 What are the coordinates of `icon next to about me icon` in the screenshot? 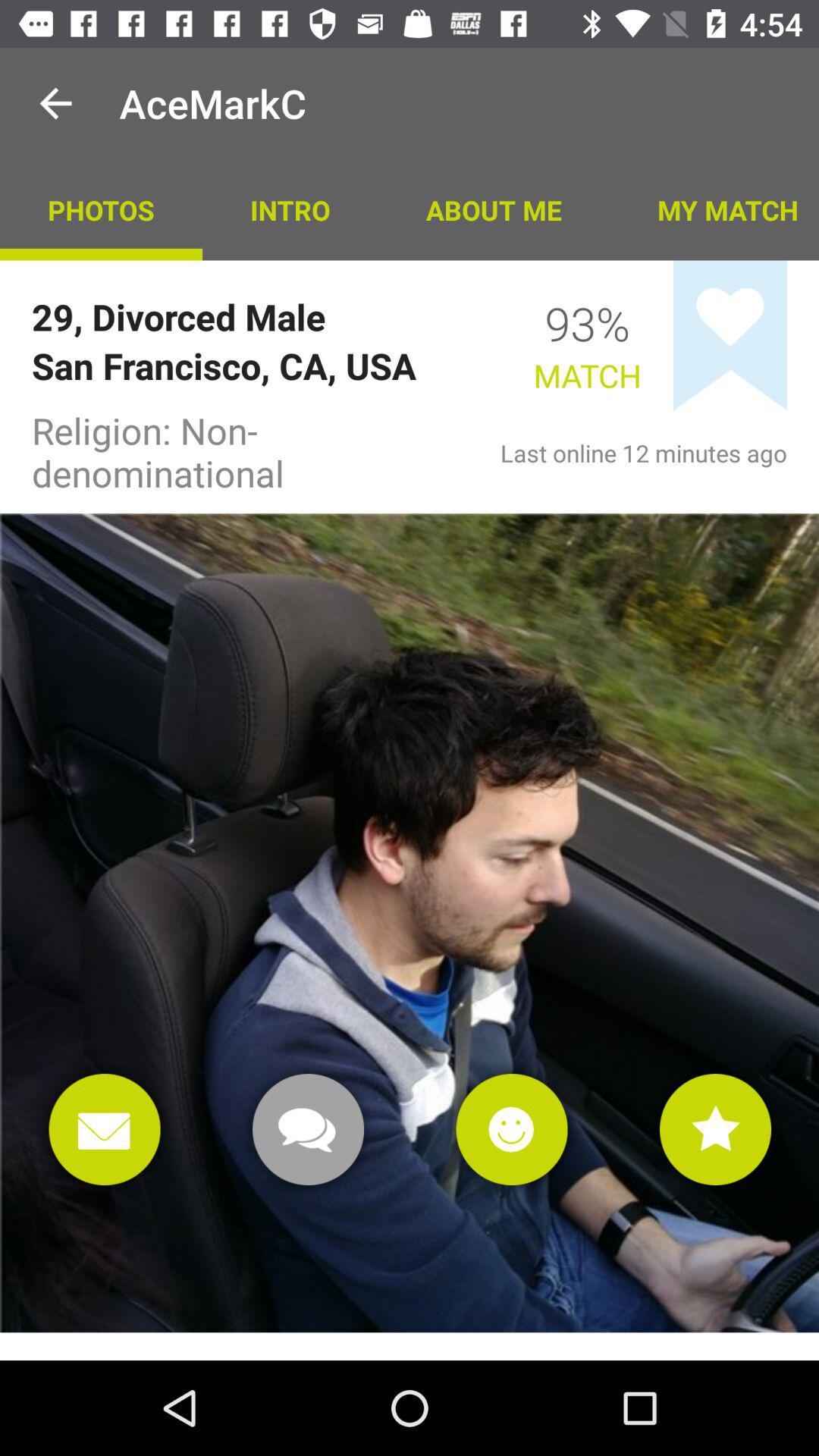 It's located at (714, 209).